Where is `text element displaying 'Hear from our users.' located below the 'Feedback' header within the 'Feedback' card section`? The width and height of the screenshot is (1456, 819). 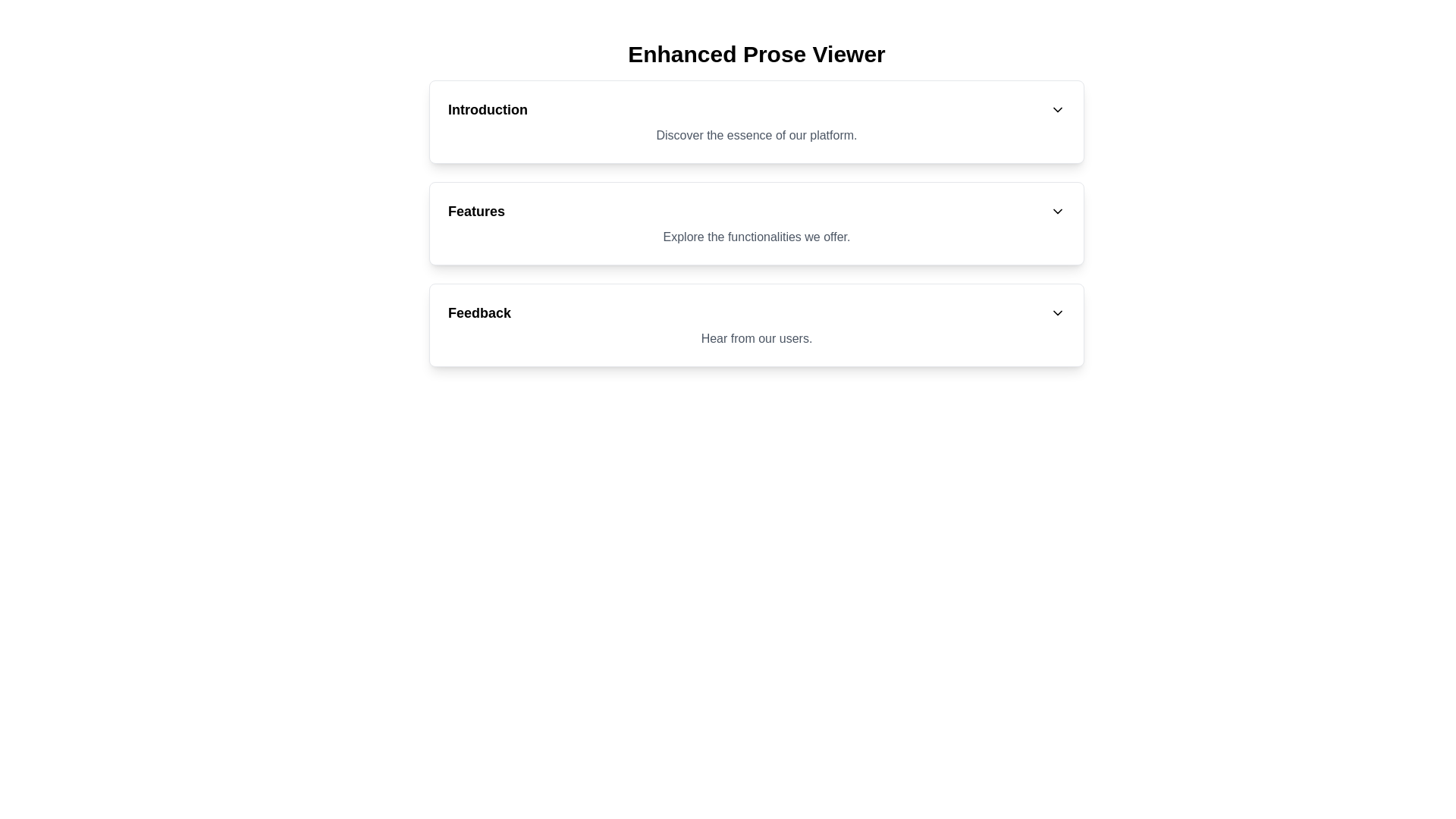
text element displaying 'Hear from our users.' located below the 'Feedback' header within the 'Feedback' card section is located at coordinates (757, 338).